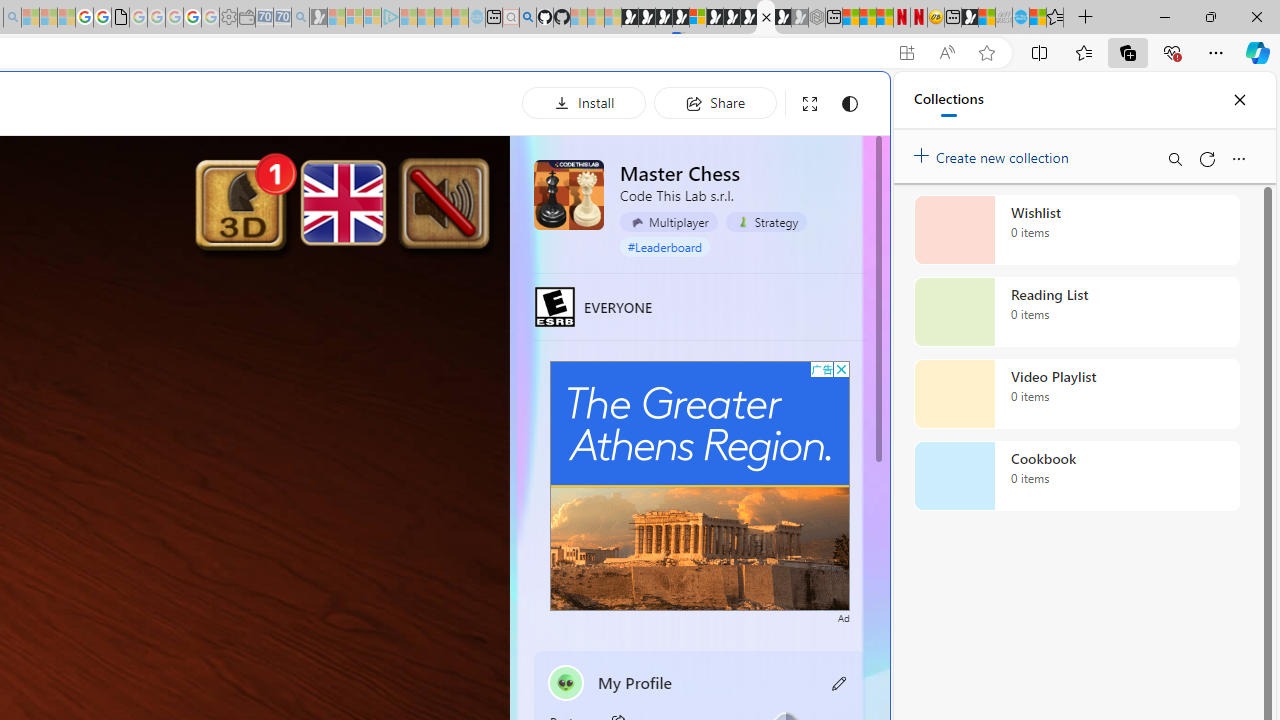 The width and height of the screenshot is (1280, 720). Describe the element at coordinates (905, 52) in the screenshot. I see `'App available. Install Master Chess'` at that location.